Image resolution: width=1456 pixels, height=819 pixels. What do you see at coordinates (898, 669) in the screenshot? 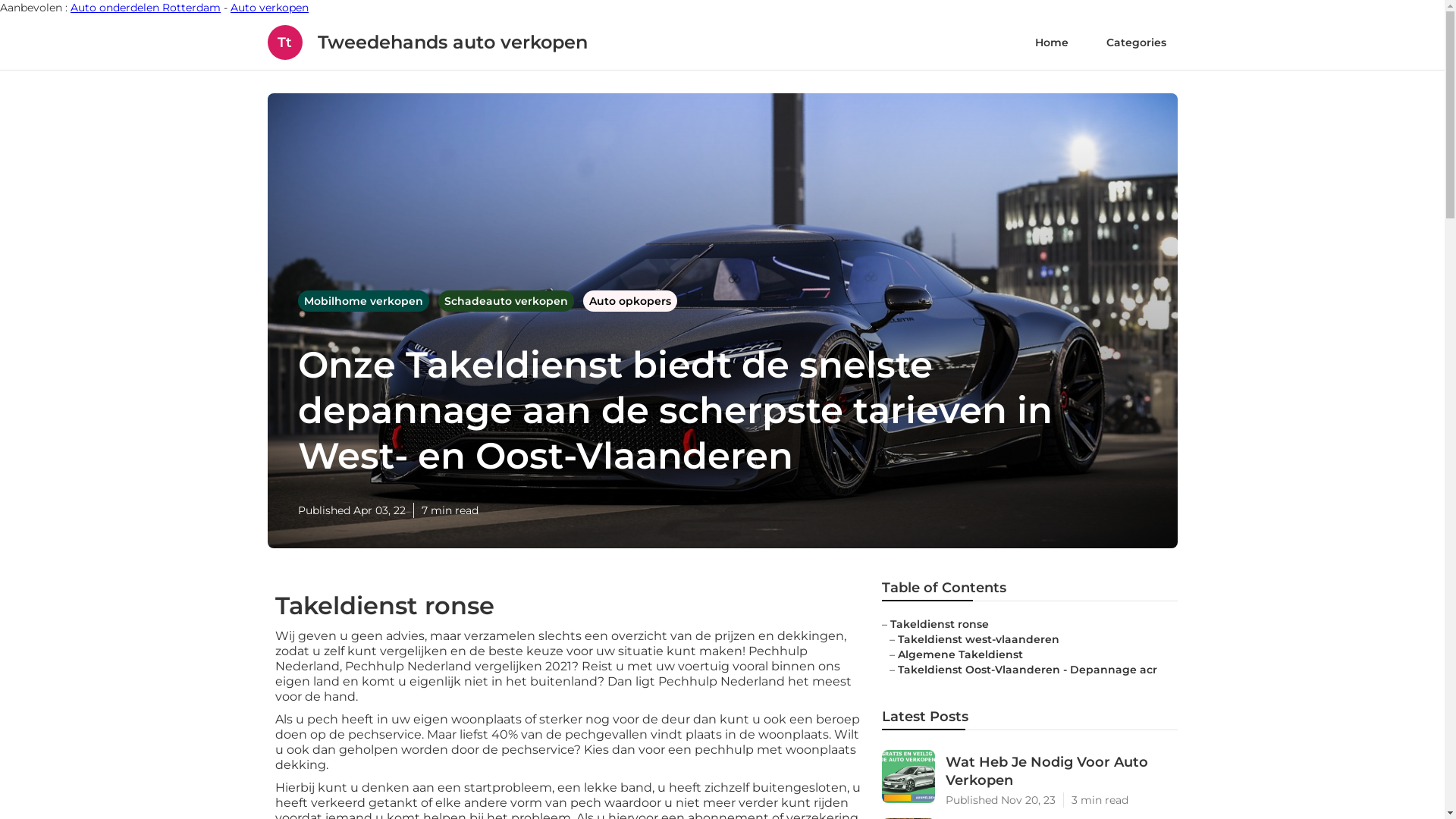
I see `'Takeldienst Oost-Vlaanderen - Depannage acr'` at bounding box center [898, 669].